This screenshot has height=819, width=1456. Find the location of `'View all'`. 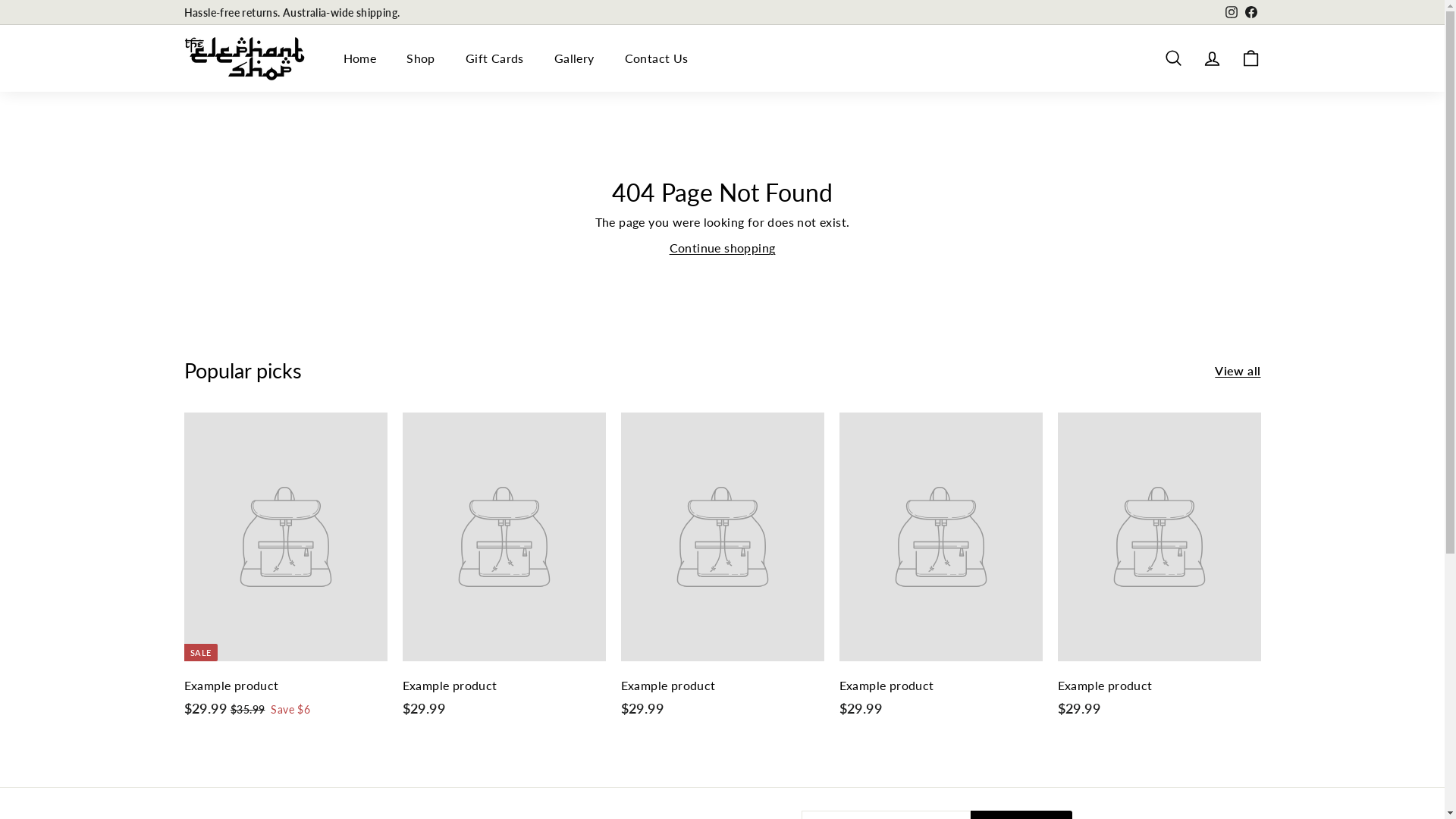

'View all' is located at coordinates (1238, 371).